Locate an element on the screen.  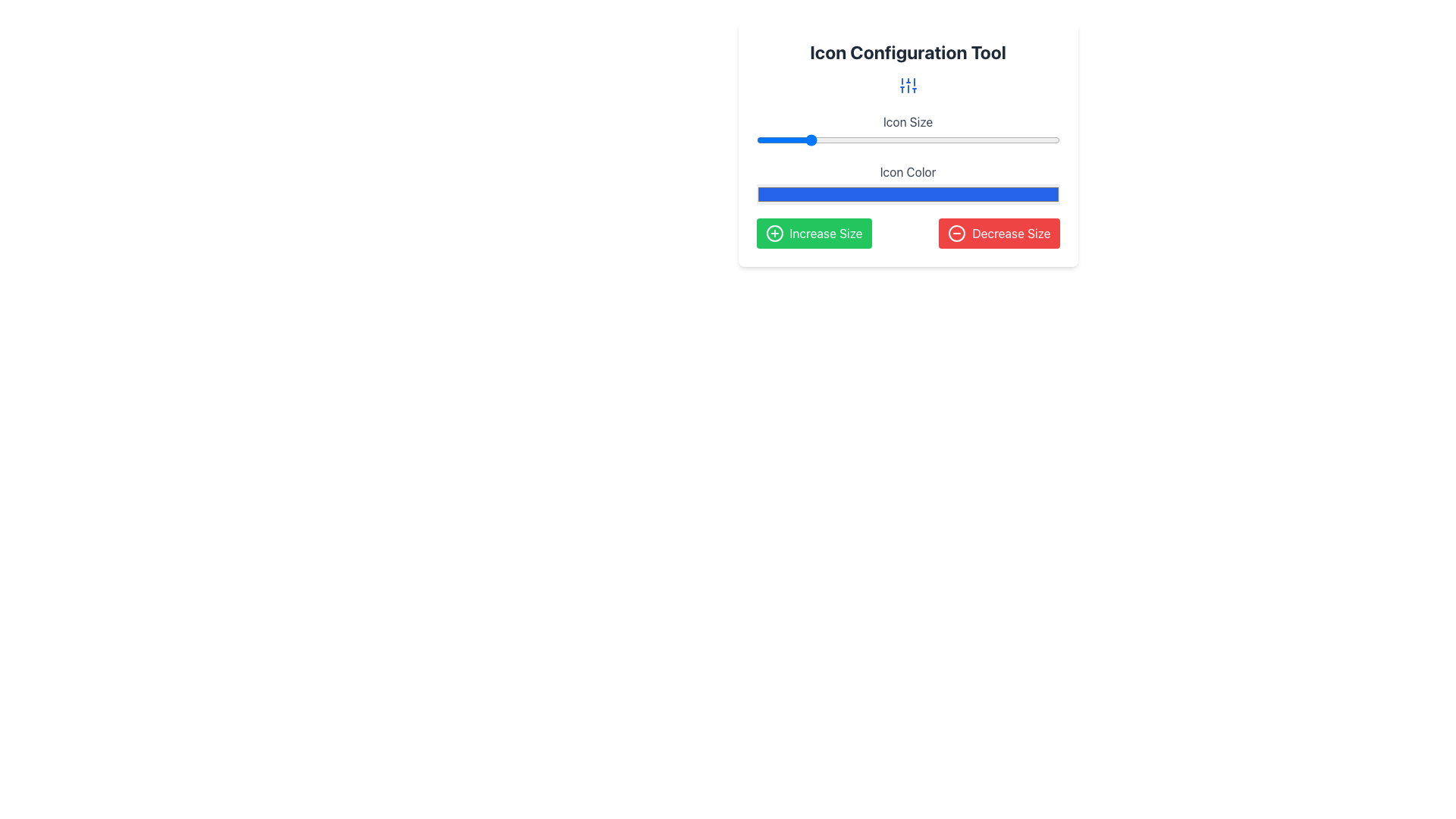
the icon size is located at coordinates (926, 140).